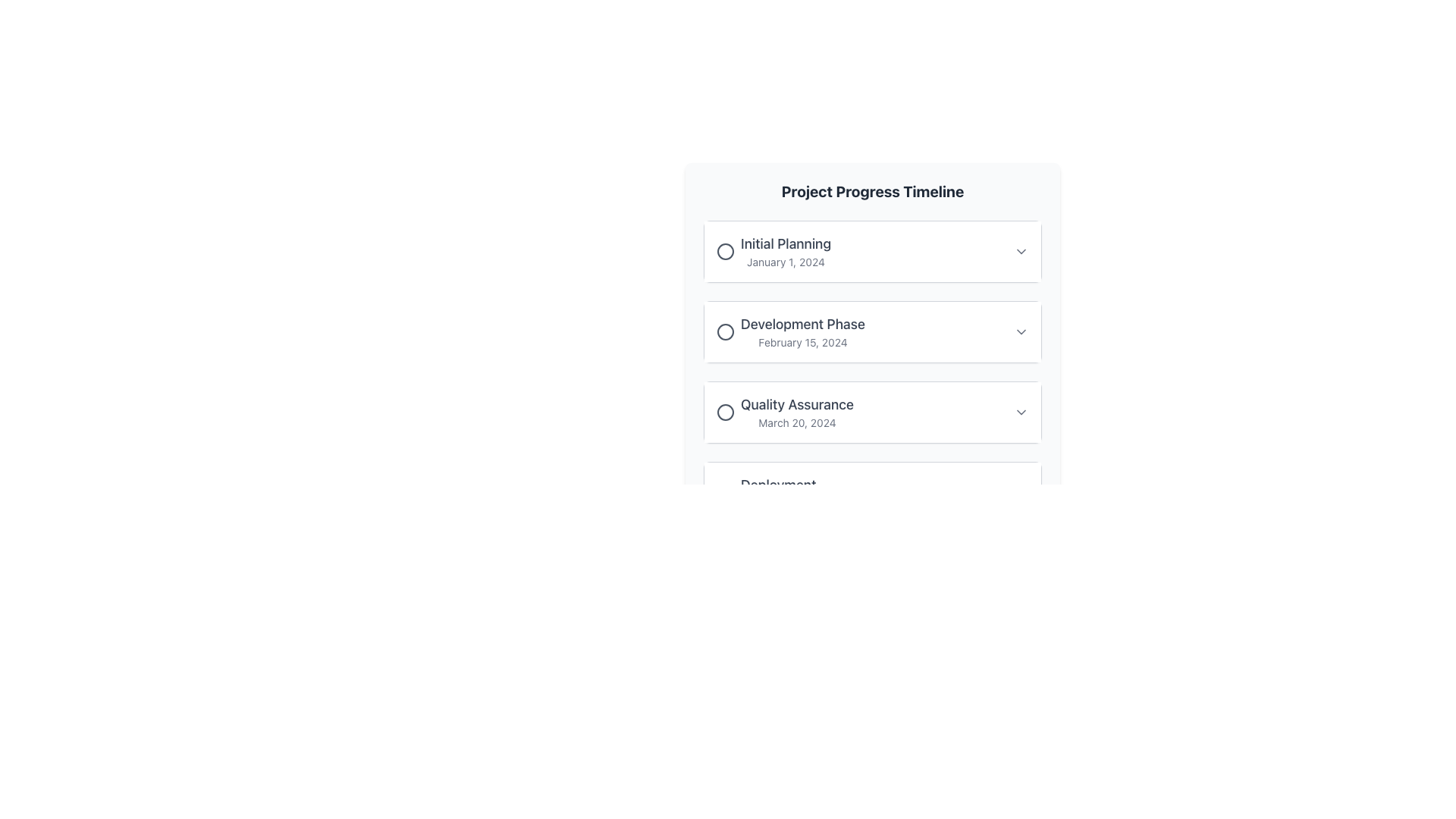 This screenshot has height=819, width=1456. I want to click on the 'Quality Assurance' step in the 'Project Progress Timeline', which is the third card in the vertical sequence, so click(873, 412).